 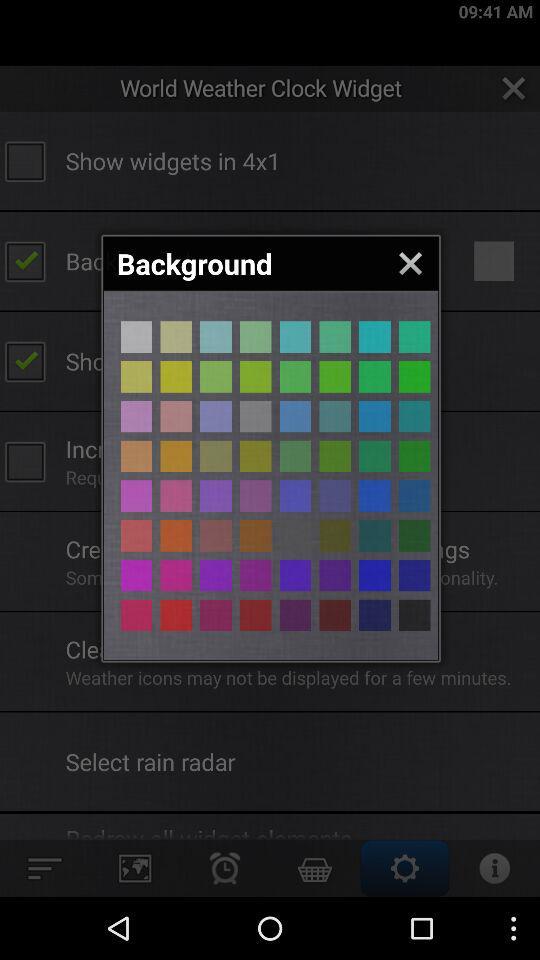 What do you see at coordinates (135, 375) in the screenshot?
I see `change background color to yellow` at bounding box center [135, 375].